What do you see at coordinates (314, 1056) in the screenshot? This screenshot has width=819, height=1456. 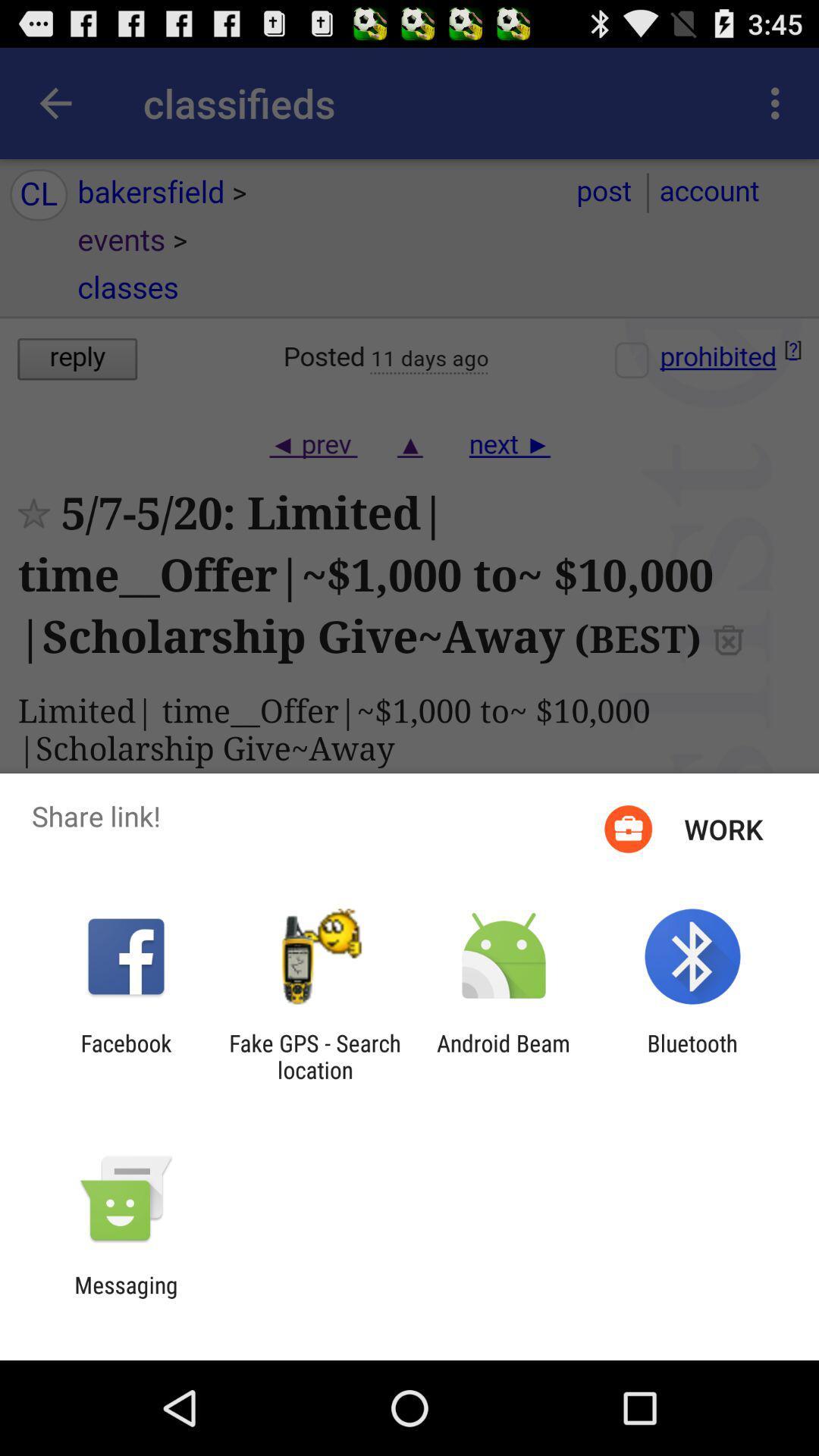 I see `the icon next to facebook item` at bounding box center [314, 1056].